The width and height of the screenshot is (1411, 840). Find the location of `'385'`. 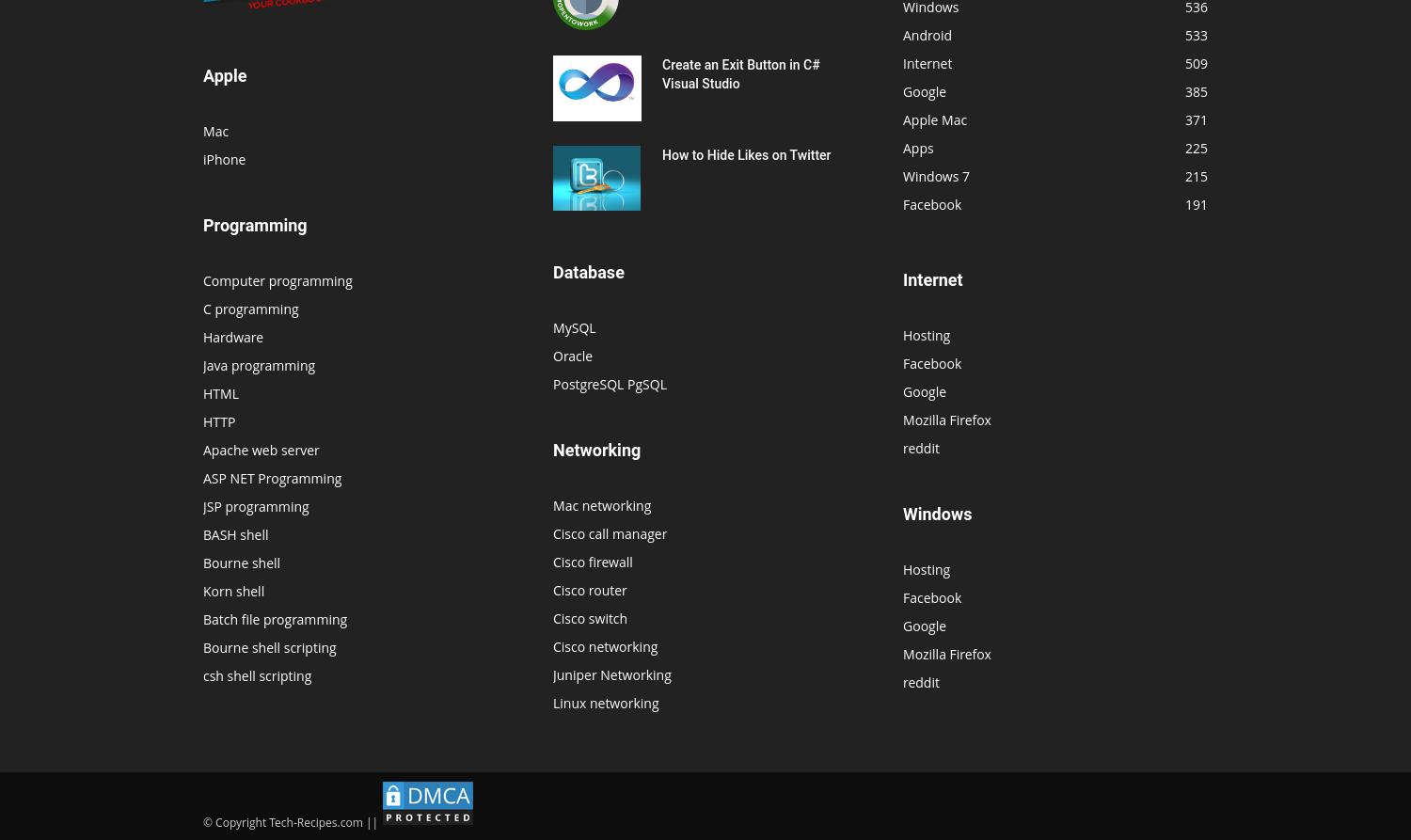

'385' is located at coordinates (1183, 90).